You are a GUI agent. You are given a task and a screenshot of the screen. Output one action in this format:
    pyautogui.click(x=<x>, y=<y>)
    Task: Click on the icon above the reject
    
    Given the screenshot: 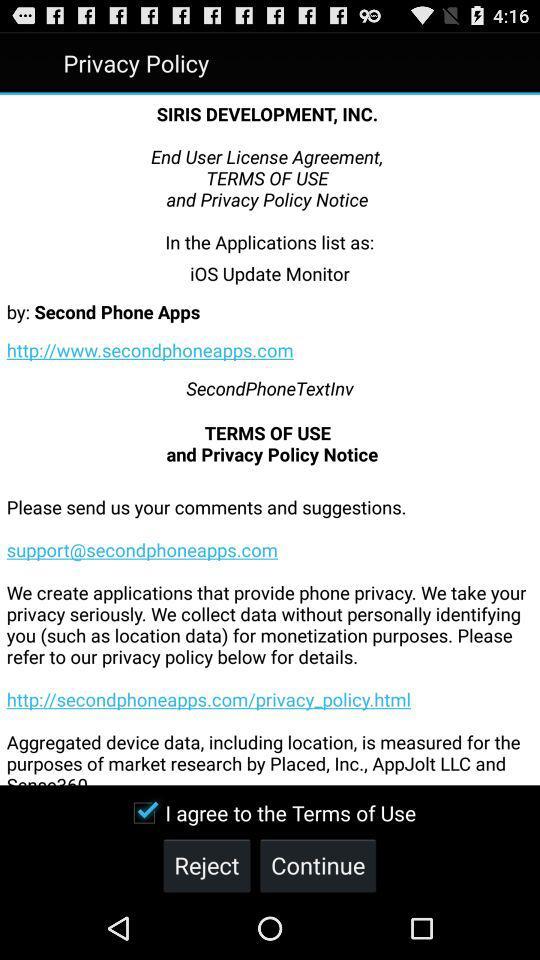 What is the action you would take?
    pyautogui.click(x=269, y=813)
    